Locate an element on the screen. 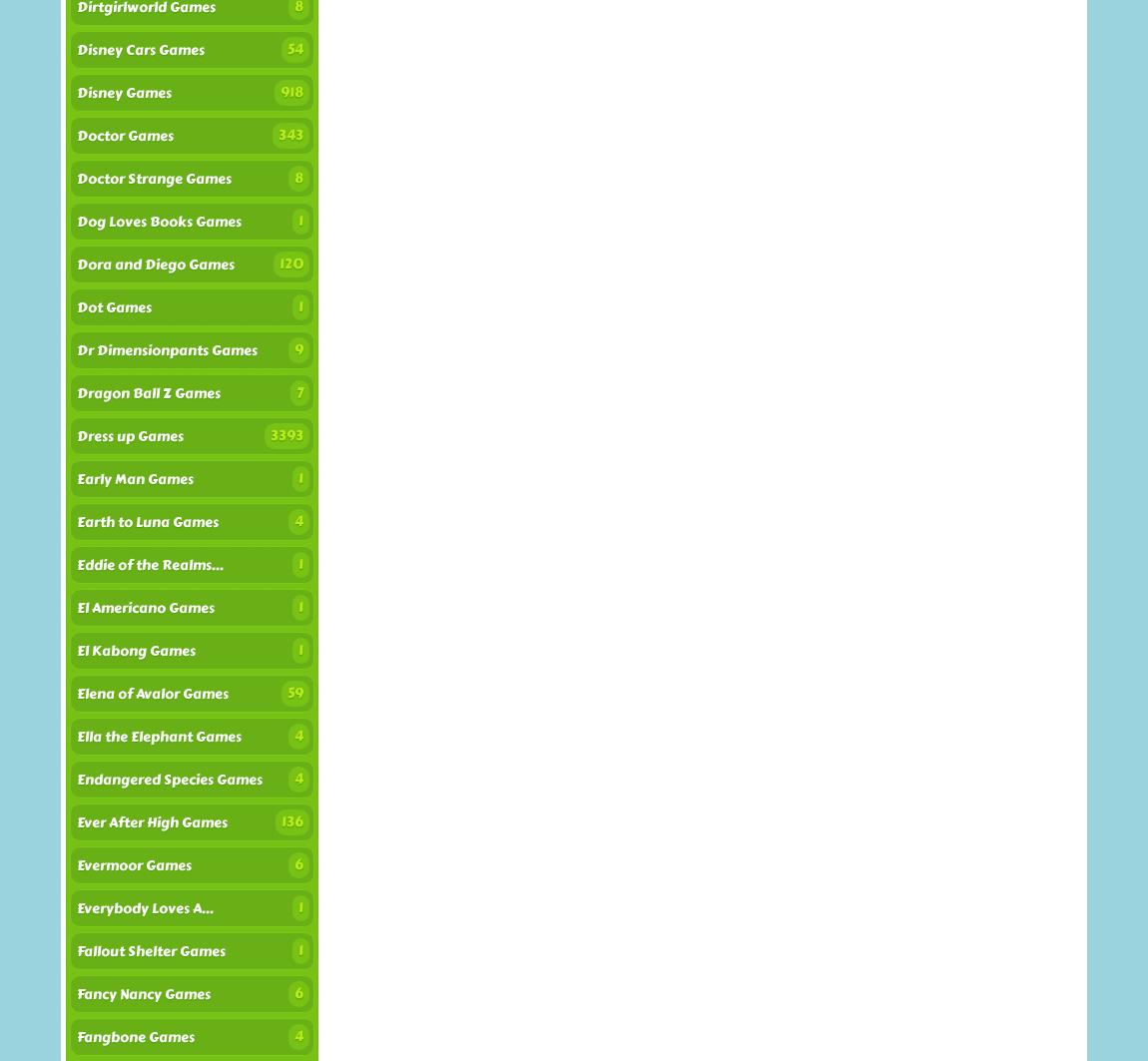 Image resolution: width=1148 pixels, height=1061 pixels. 'Disney Cars Games' is located at coordinates (76, 50).